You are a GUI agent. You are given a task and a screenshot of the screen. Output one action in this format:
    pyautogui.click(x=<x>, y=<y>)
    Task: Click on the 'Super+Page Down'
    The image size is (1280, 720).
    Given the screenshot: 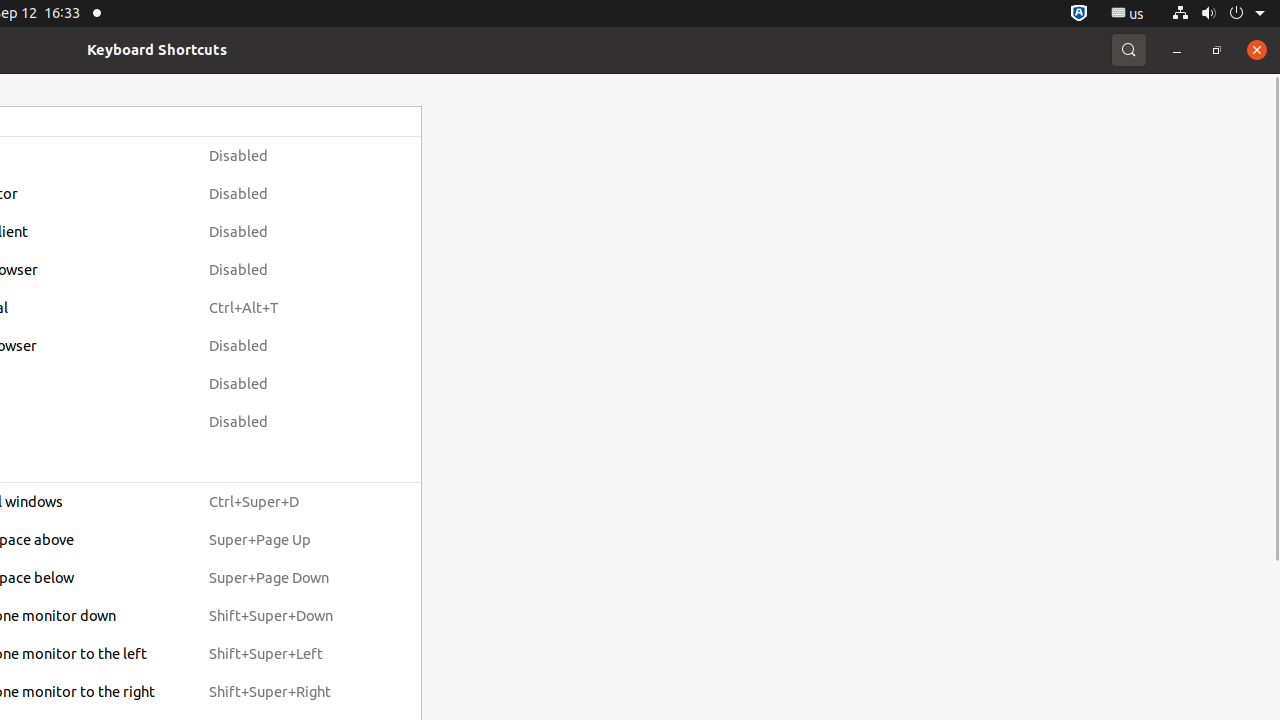 What is the action you would take?
    pyautogui.click(x=288, y=578)
    